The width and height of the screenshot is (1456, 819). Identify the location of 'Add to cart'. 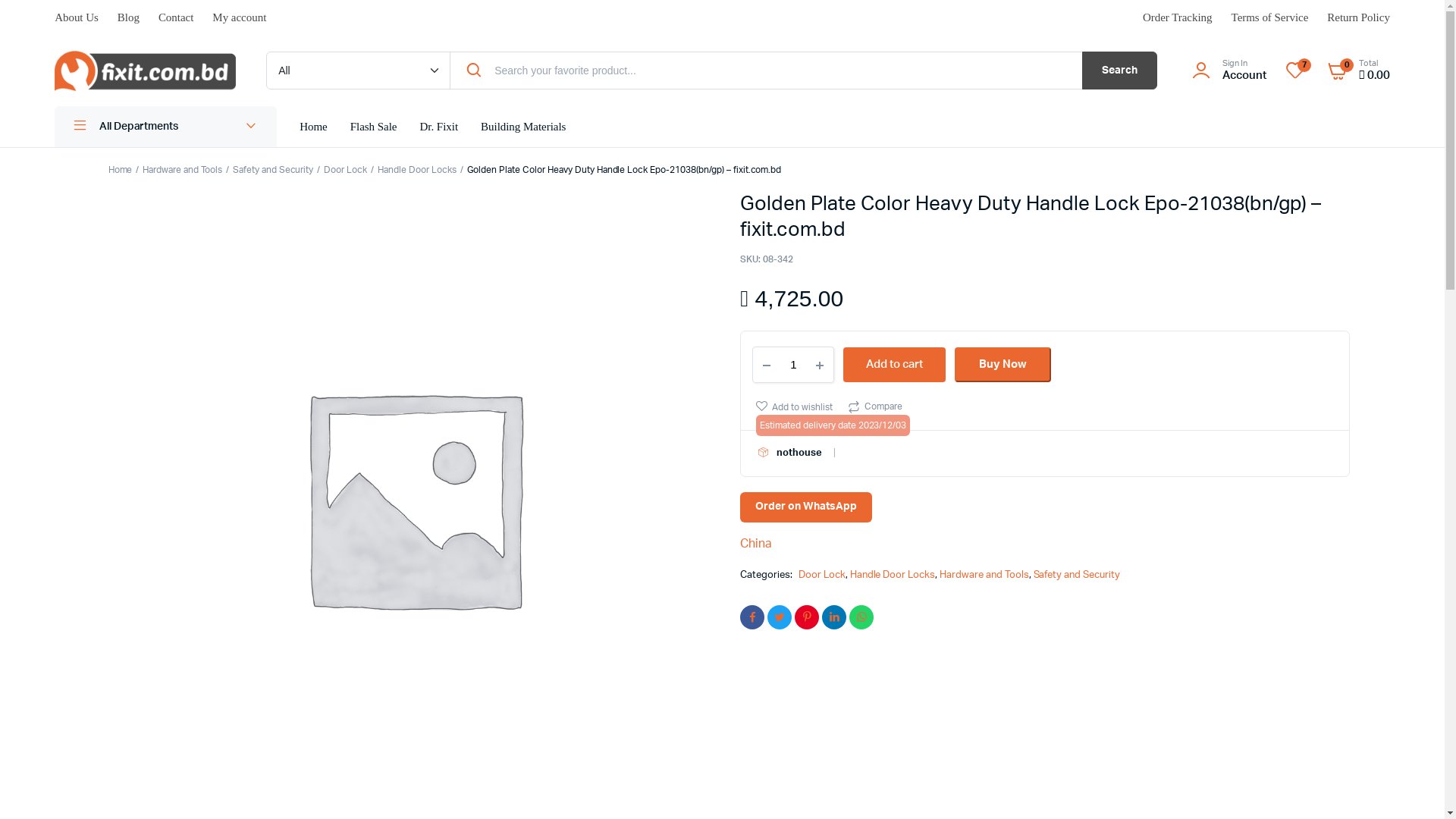
(894, 365).